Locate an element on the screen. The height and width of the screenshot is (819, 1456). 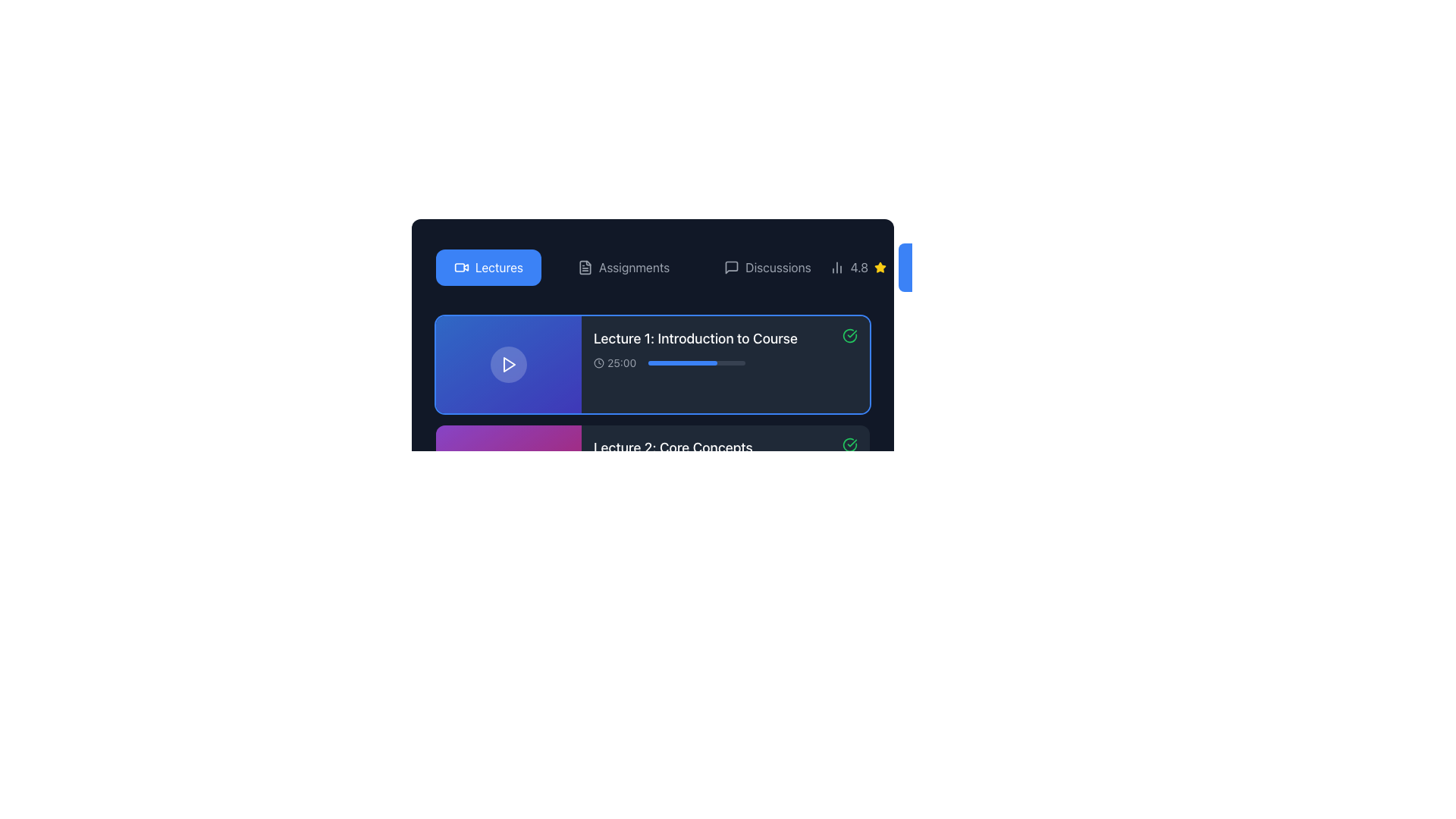
the progress bar that visually represents the progress of an activity, located to the right of the text '25:00' is located at coordinates (696, 362).